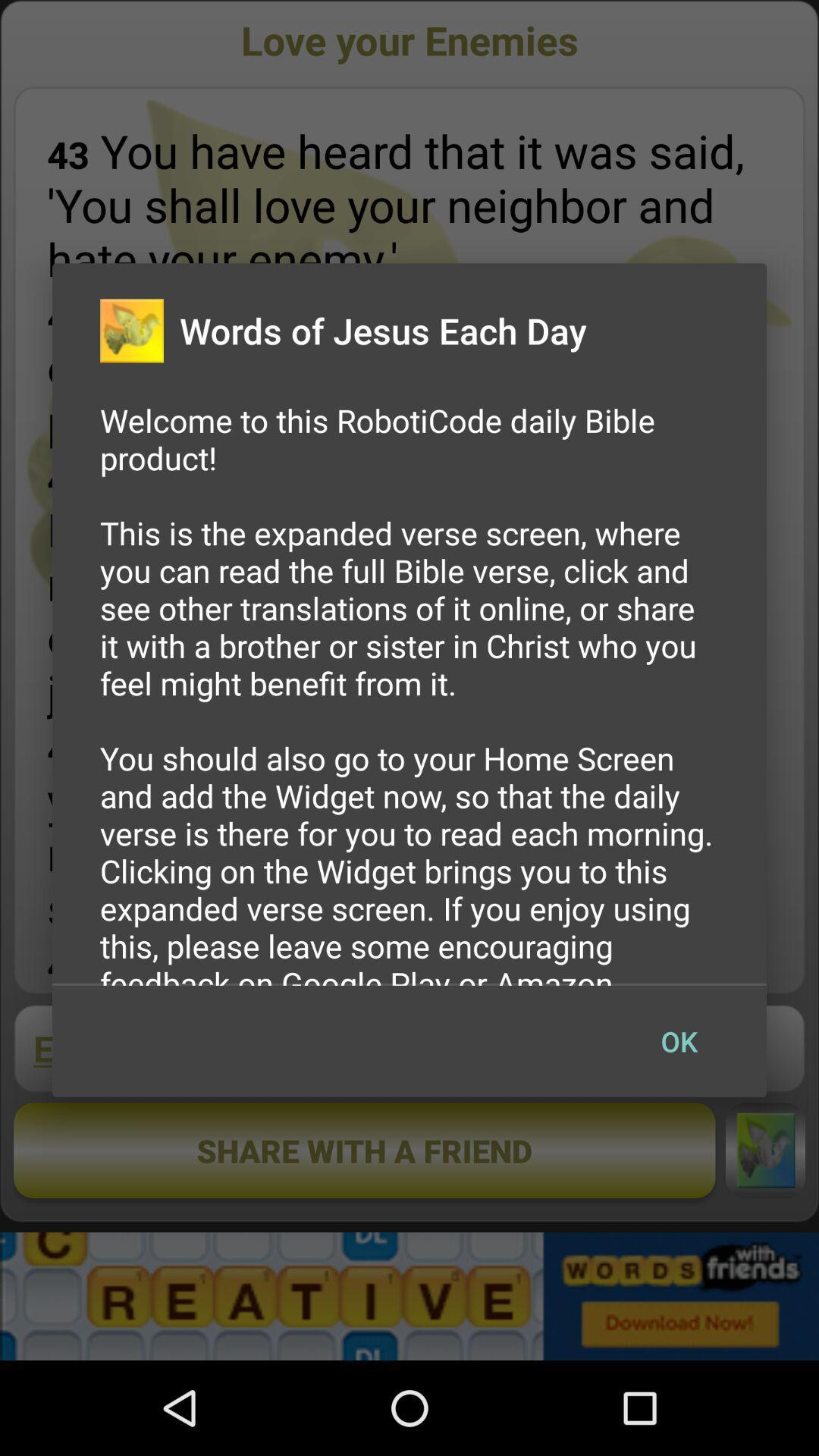 The width and height of the screenshot is (819, 1456). Describe the element at coordinates (678, 1040) in the screenshot. I see `the icon below the welcome to this app` at that location.